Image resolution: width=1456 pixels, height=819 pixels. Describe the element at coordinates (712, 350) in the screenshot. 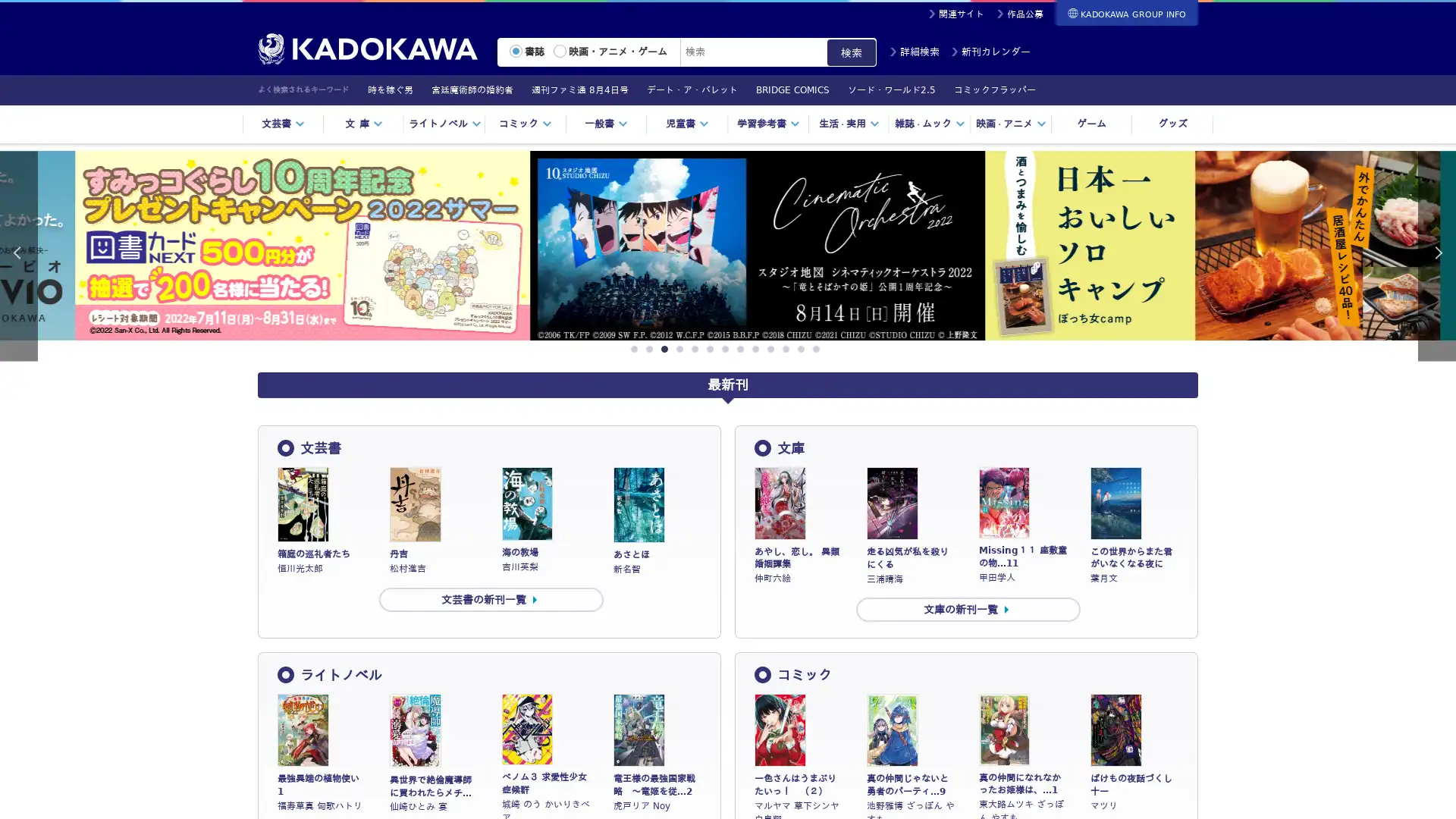

I see `6` at that location.